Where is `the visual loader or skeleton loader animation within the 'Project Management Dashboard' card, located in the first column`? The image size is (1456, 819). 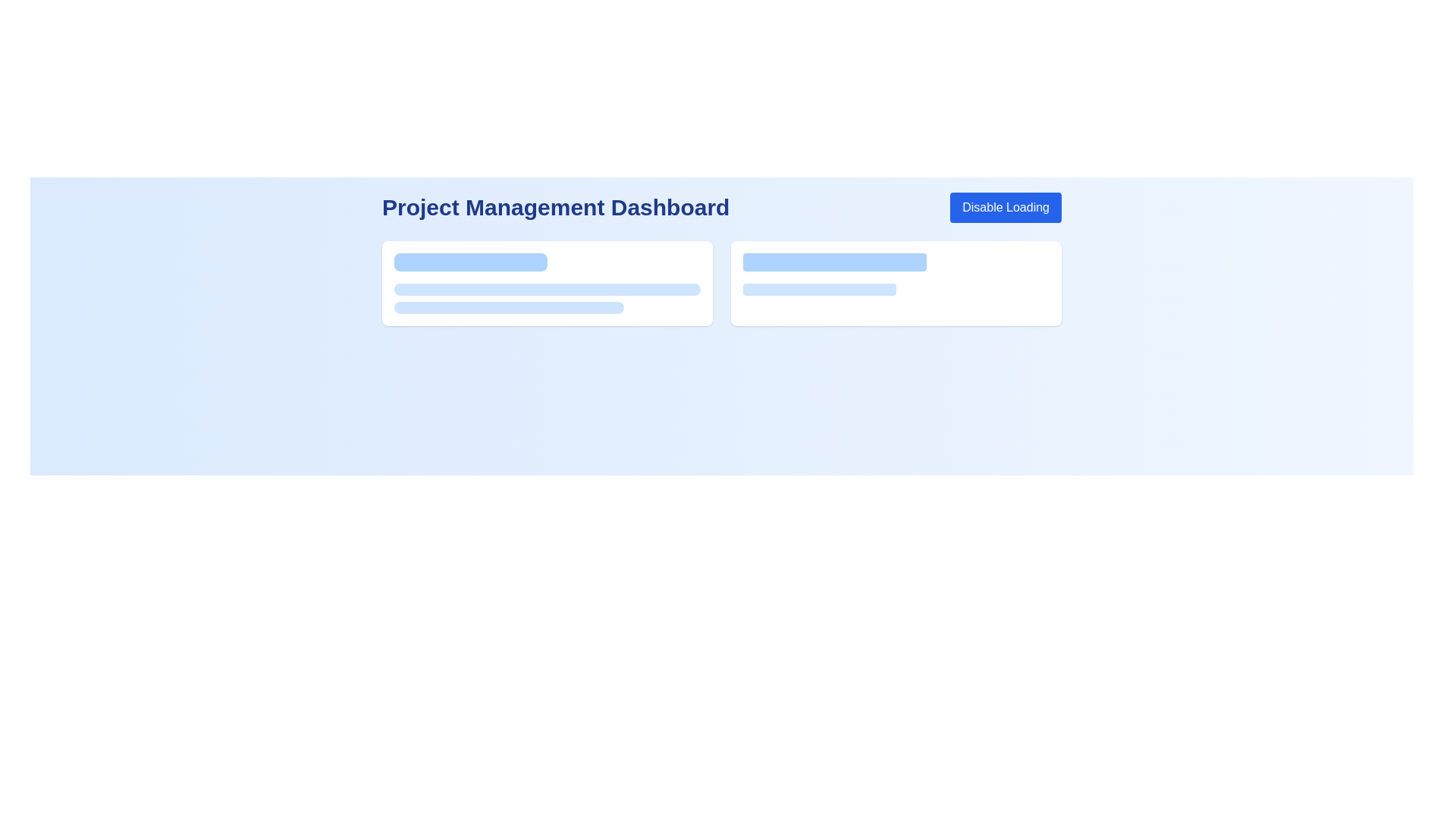
the visual loader or skeleton loader animation within the 'Project Management Dashboard' card, located in the first column is located at coordinates (546, 284).